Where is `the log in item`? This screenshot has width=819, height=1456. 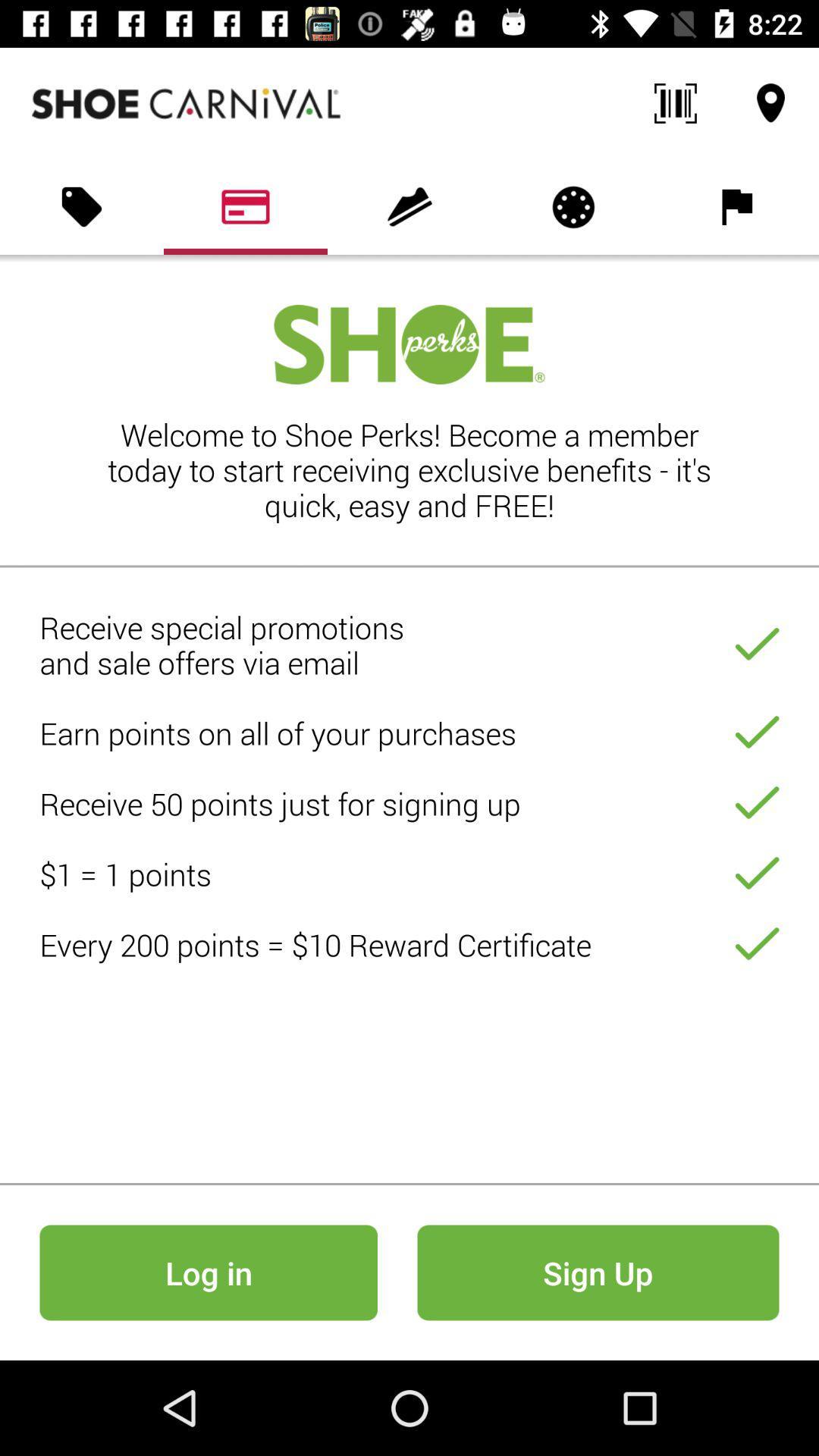 the log in item is located at coordinates (209, 1272).